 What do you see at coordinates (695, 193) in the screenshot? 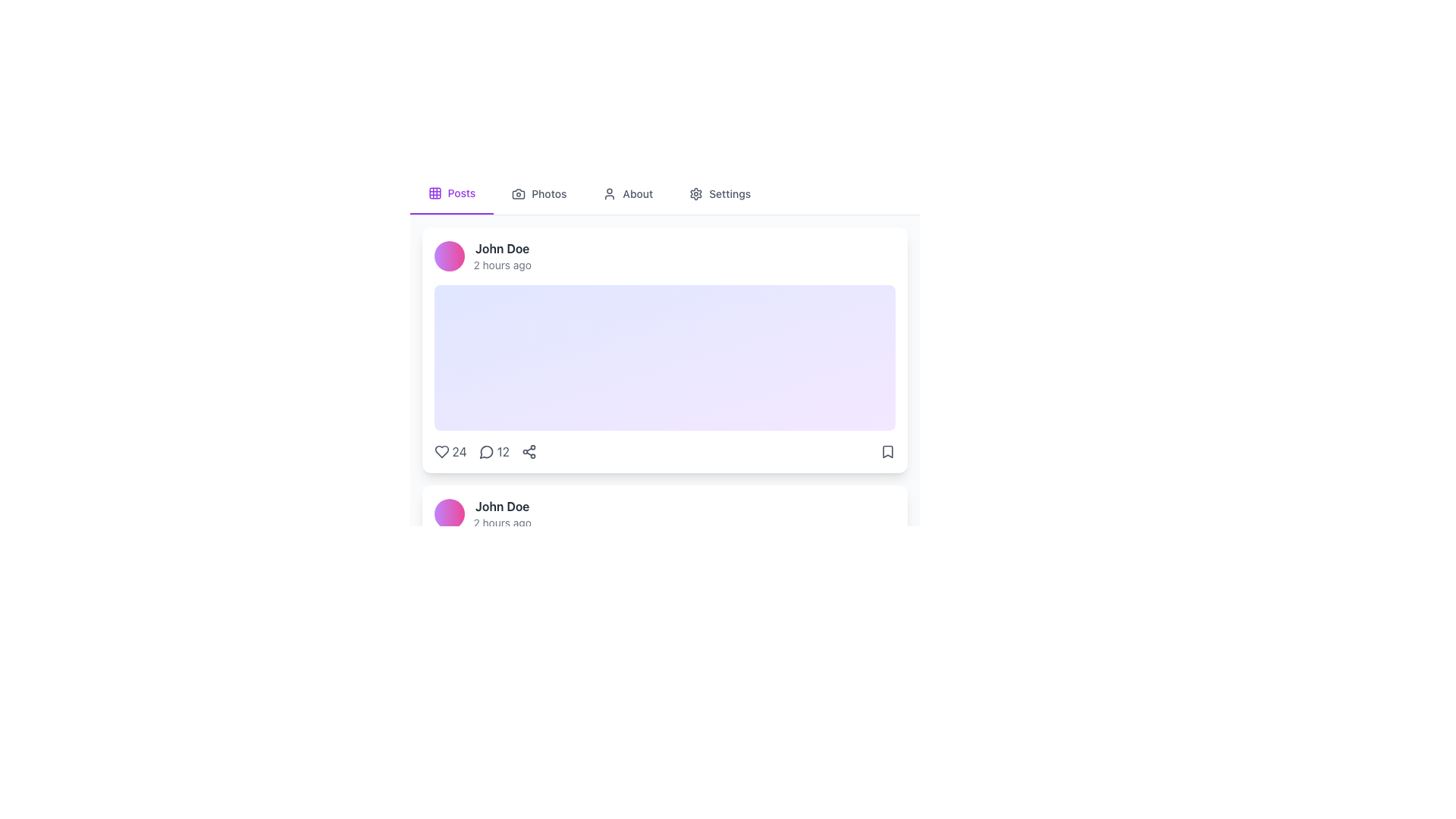
I see `the settings icon located next to the 'Settings' text in the upper navigation bar` at bounding box center [695, 193].